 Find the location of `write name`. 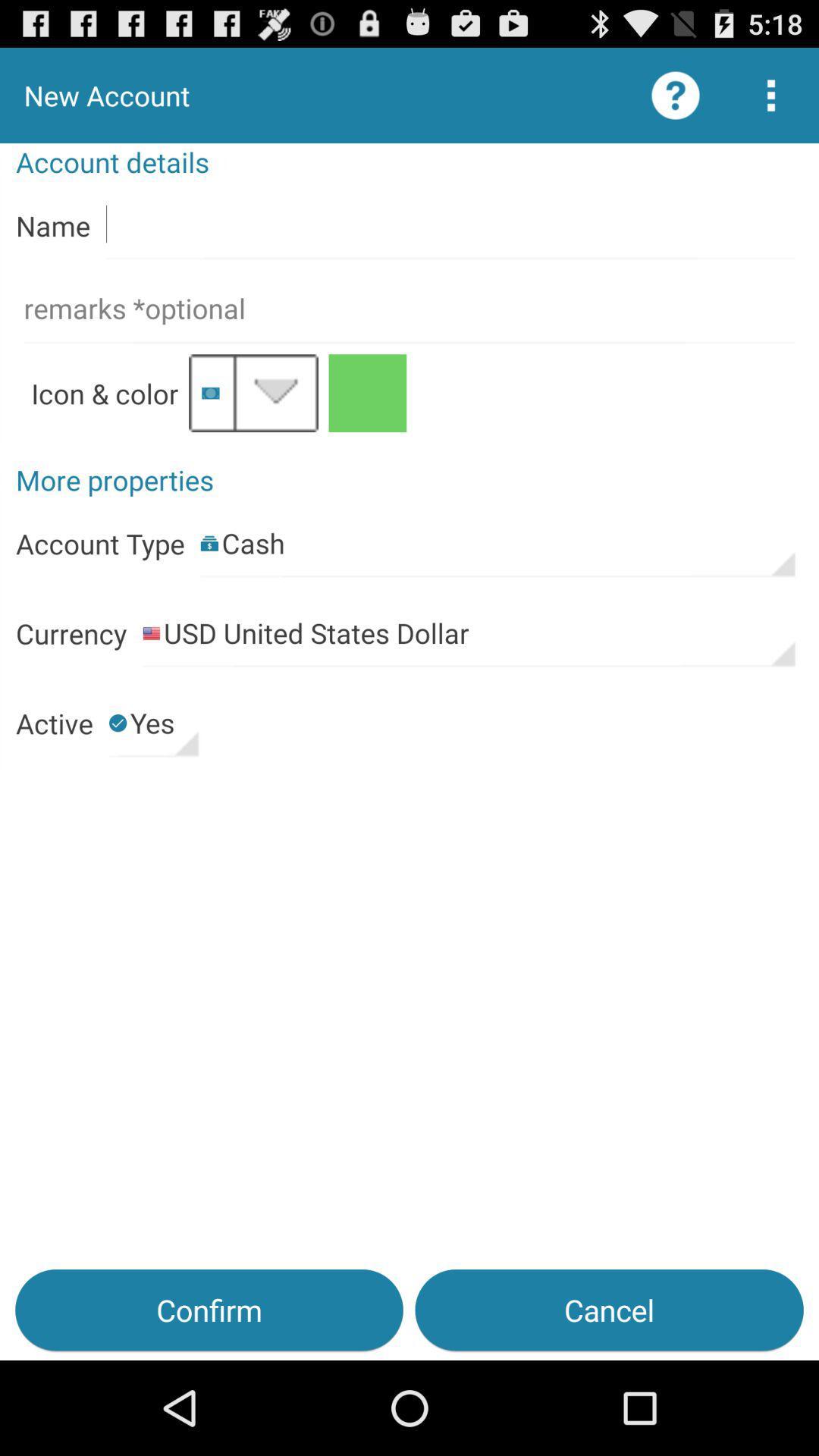

write name is located at coordinates (450, 224).